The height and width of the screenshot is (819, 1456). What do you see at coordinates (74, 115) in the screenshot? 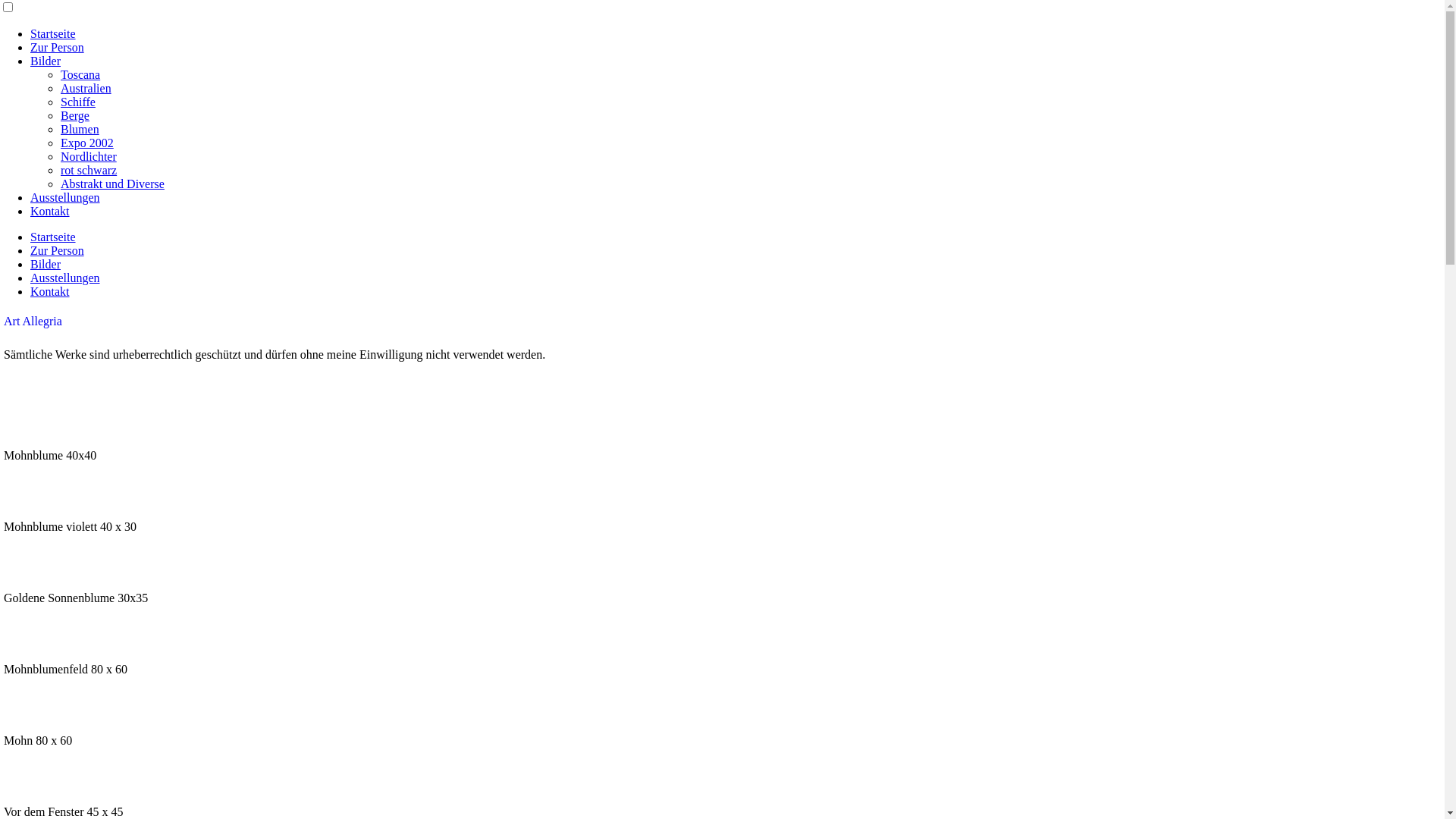
I see `'Berge'` at bounding box center [74, 115].